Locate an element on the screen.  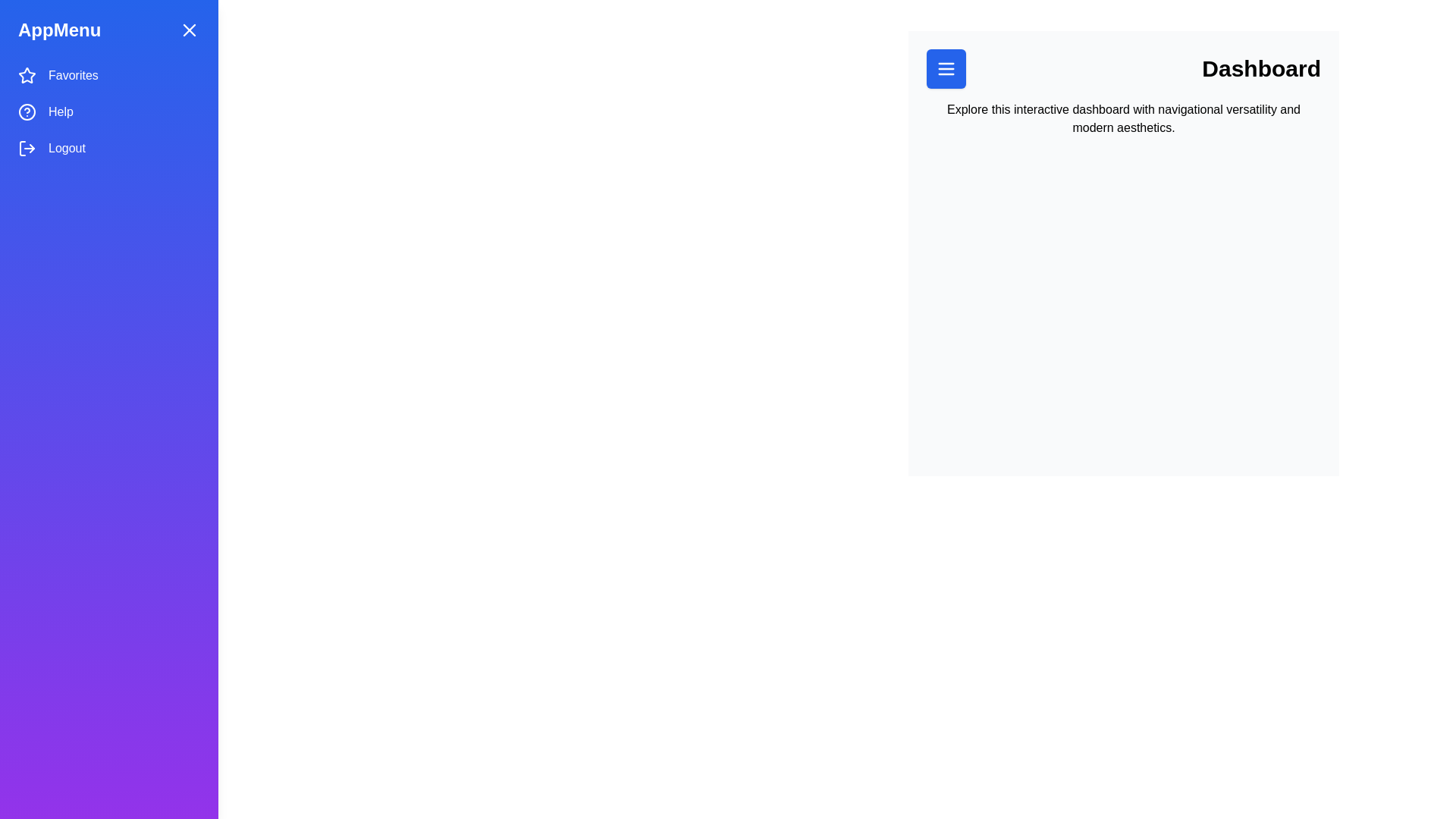
the 'Favorites' menu item located at the top of the sidebar menu, which is the first item in the vertical stack above 'Help' and 'Logout' is located at coordinates (108, 76).